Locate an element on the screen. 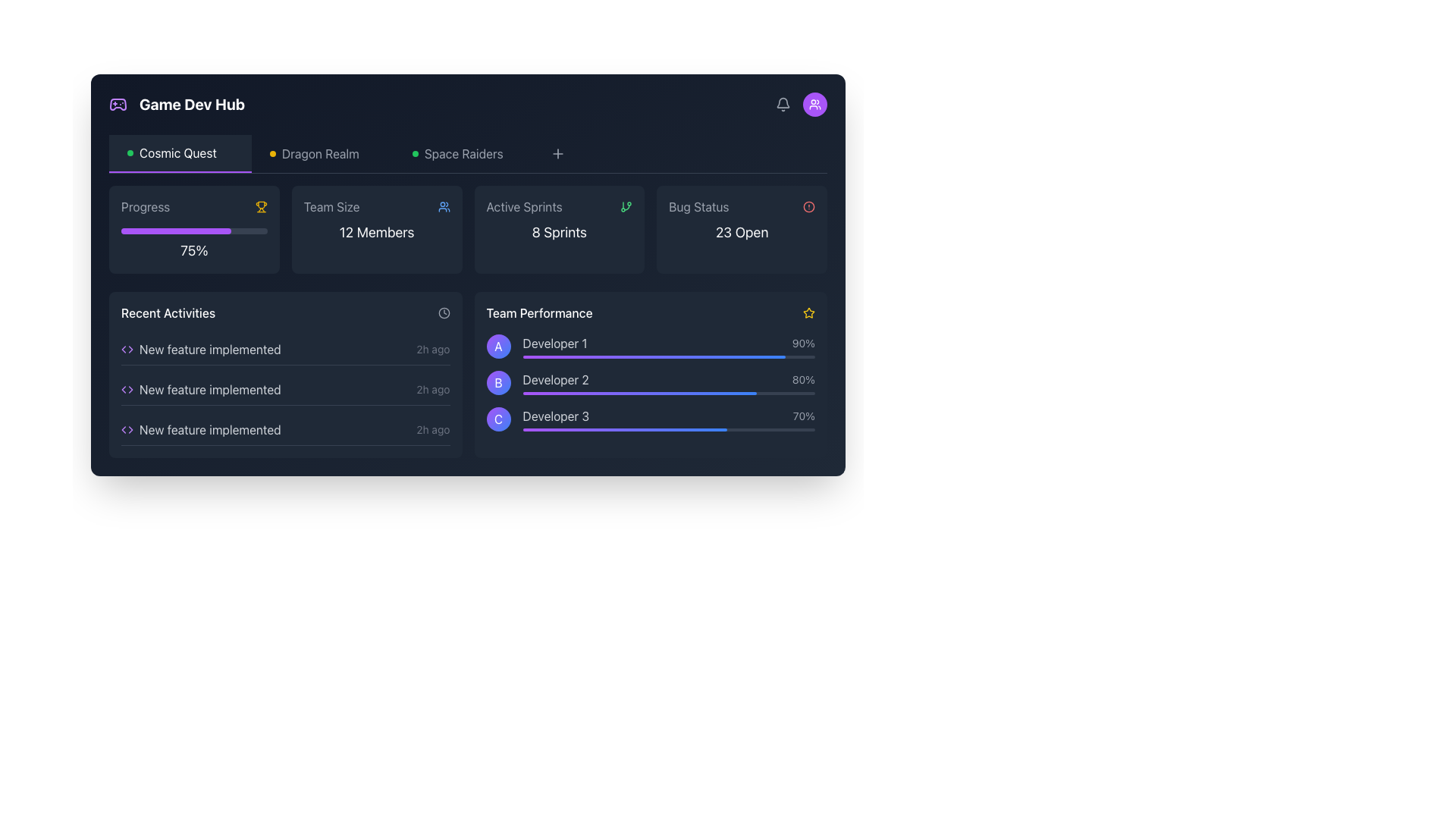  the progress indicator for 'Developer 2', which visually represents the progress or achievement level with percentage and a color-coded bar, located in the 'Team Performance' section is located at coordinates (668, 382).